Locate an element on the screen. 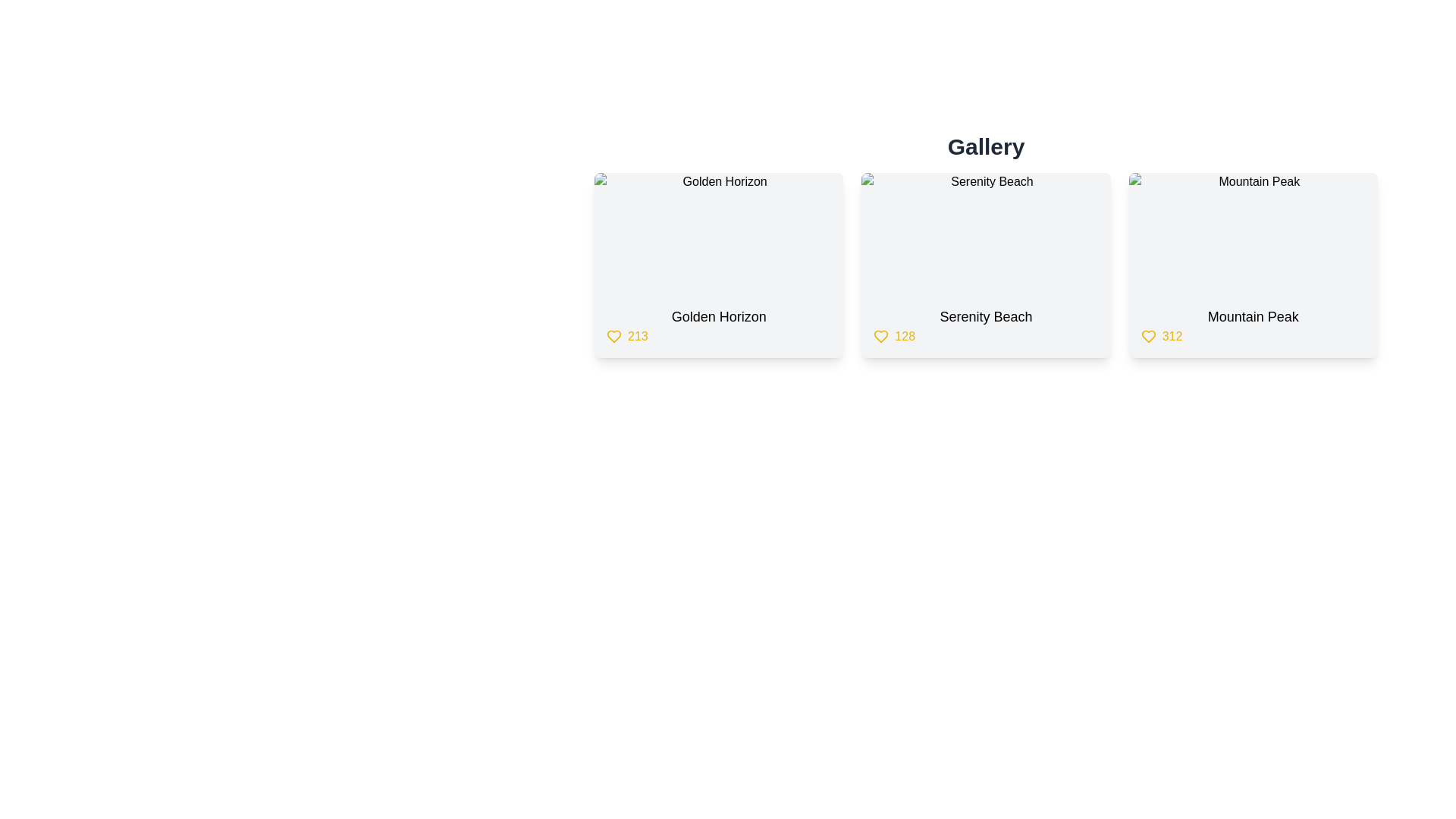 The image size is (1456, 819). the heart icon SVG graphic located in the bottom-left corner of the 'Mountain Peak' card, which is used for favoriting the item is located at coordinates (1148, 335).